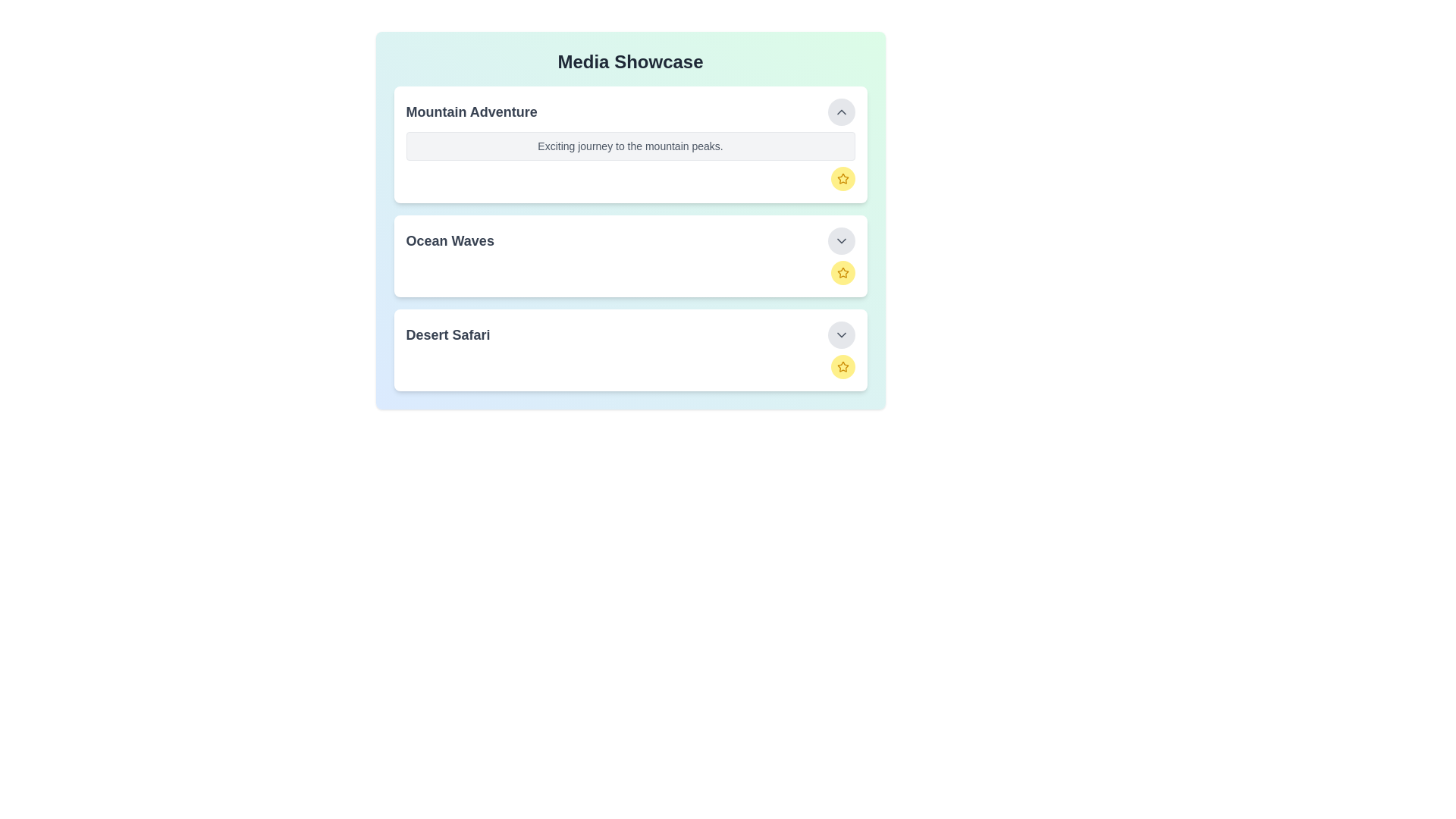 This screenshot has height=819, width=1456. What do you see at coordinates (842, 271) in the screenshot?
I see `favorite button for the item titled 'Ocean Waves'` at bounding box center [842, 271].